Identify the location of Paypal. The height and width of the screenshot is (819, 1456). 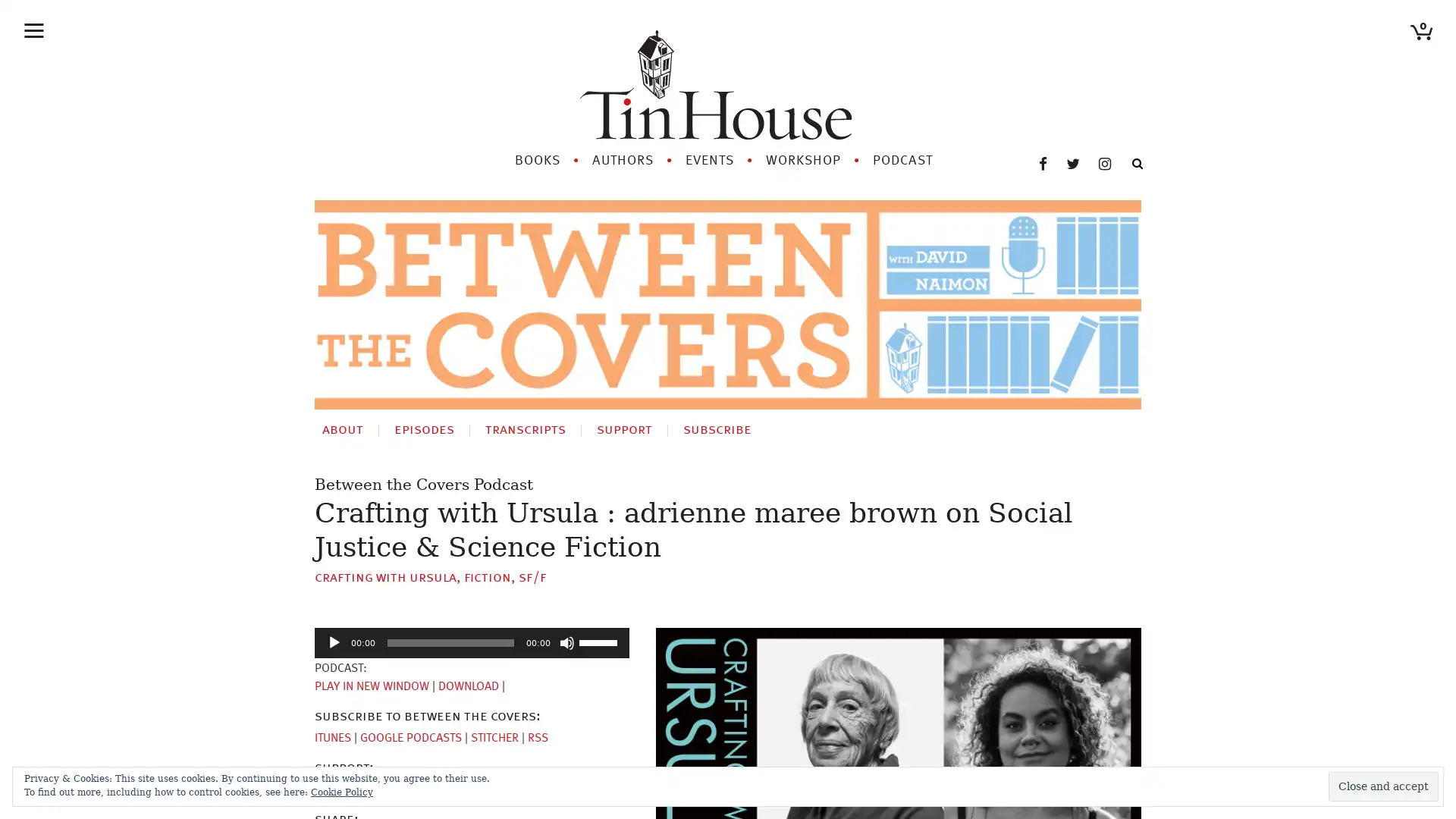
(388, 789).